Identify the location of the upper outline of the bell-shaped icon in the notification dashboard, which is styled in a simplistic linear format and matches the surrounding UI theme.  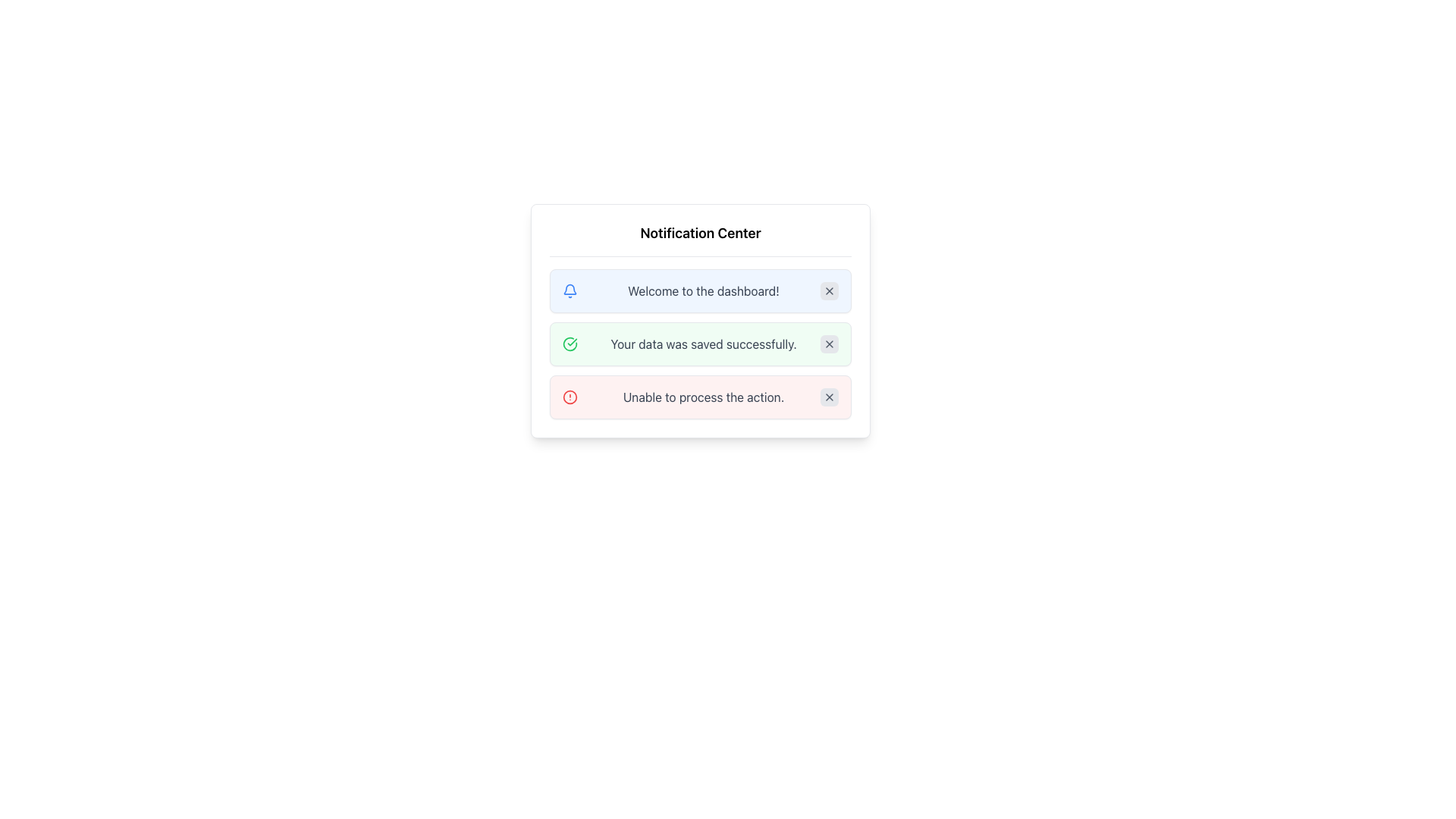
(570, 289).